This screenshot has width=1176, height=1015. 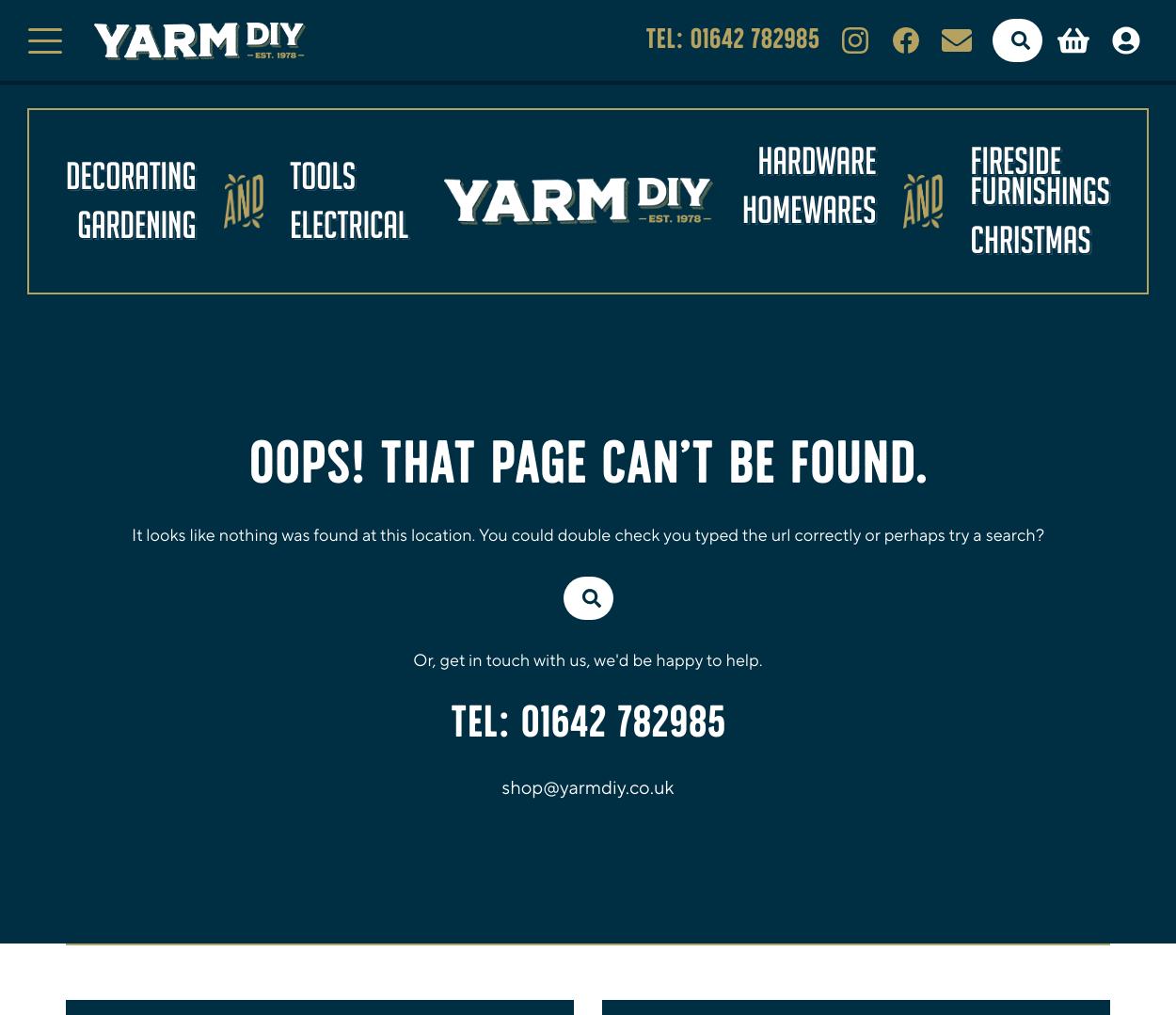 What do you see at coordinates (1039, 176) in the screenshot?
I see `'Fireside Furnishings'` at bounding box center [1039, 176].